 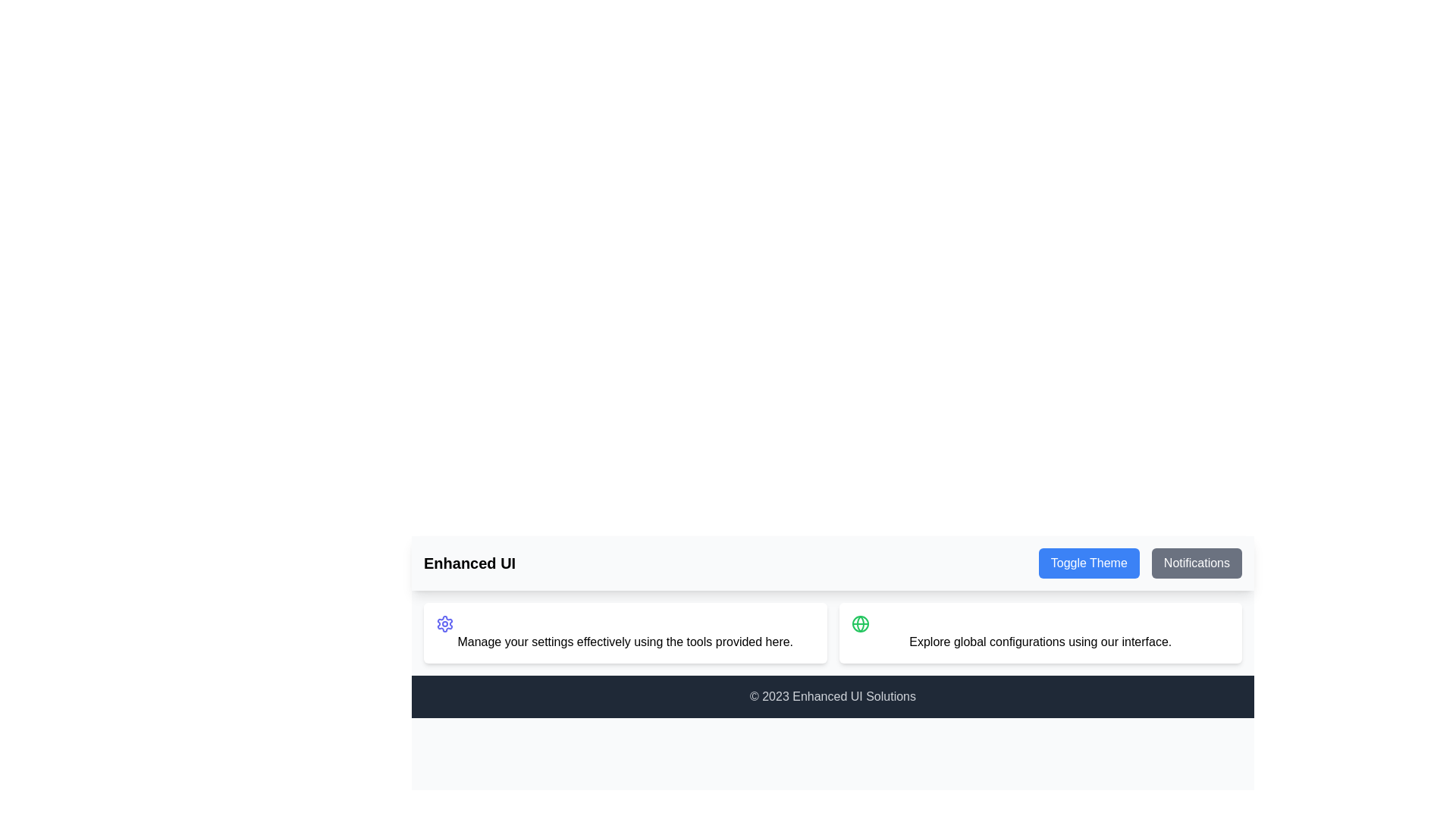 What do you see at coordinates (625, 642) in the screenshot?
I see `the text element that reads 'Manage your settings effectively using the tools provided here.' It is displayed in a standard sans-serif font within a white panel, located centrally below the main header` at bounding box center [625, 642].